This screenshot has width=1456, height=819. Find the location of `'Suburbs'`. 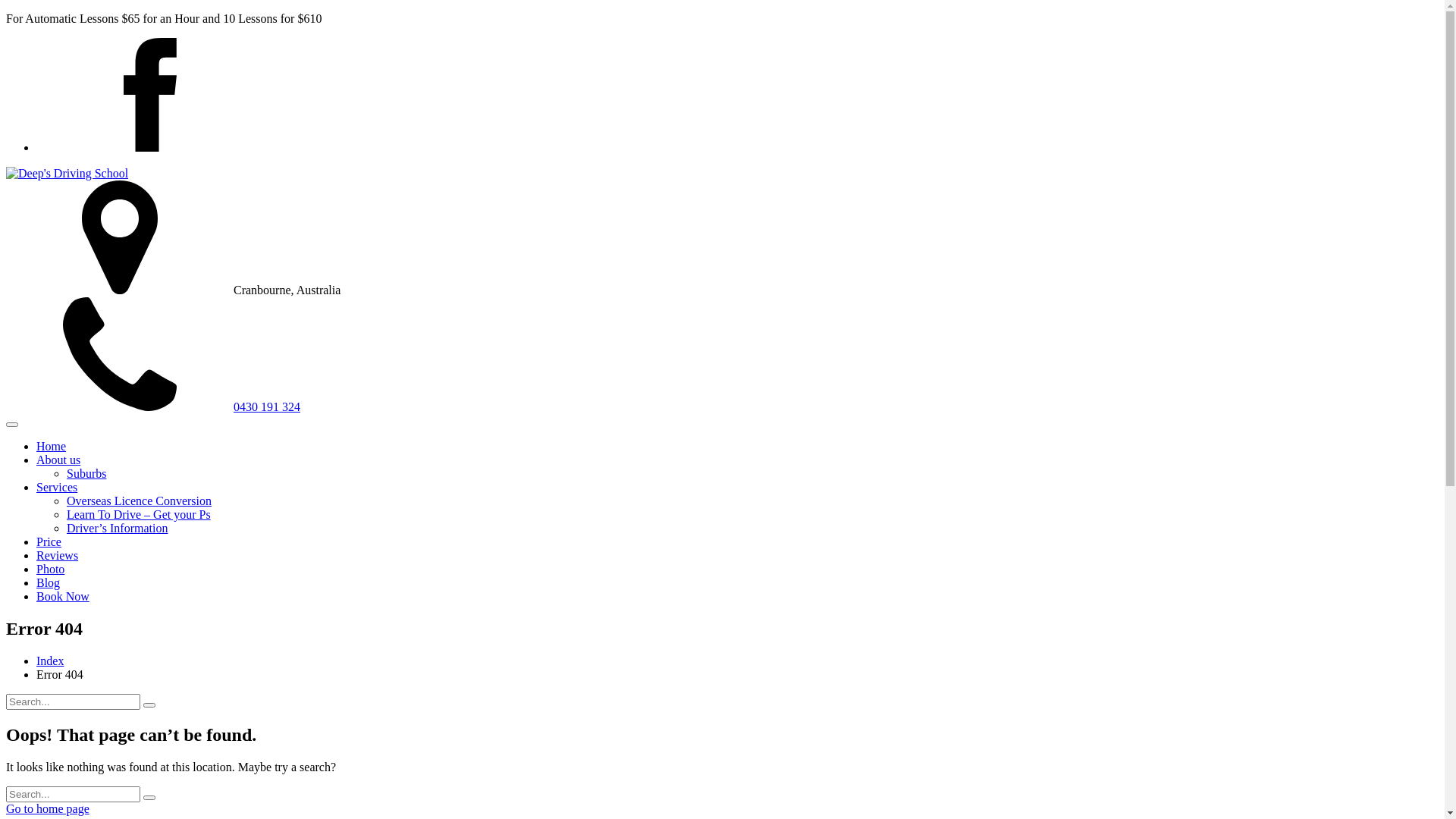

'Suburbs' is located at coordinates (65, 472).